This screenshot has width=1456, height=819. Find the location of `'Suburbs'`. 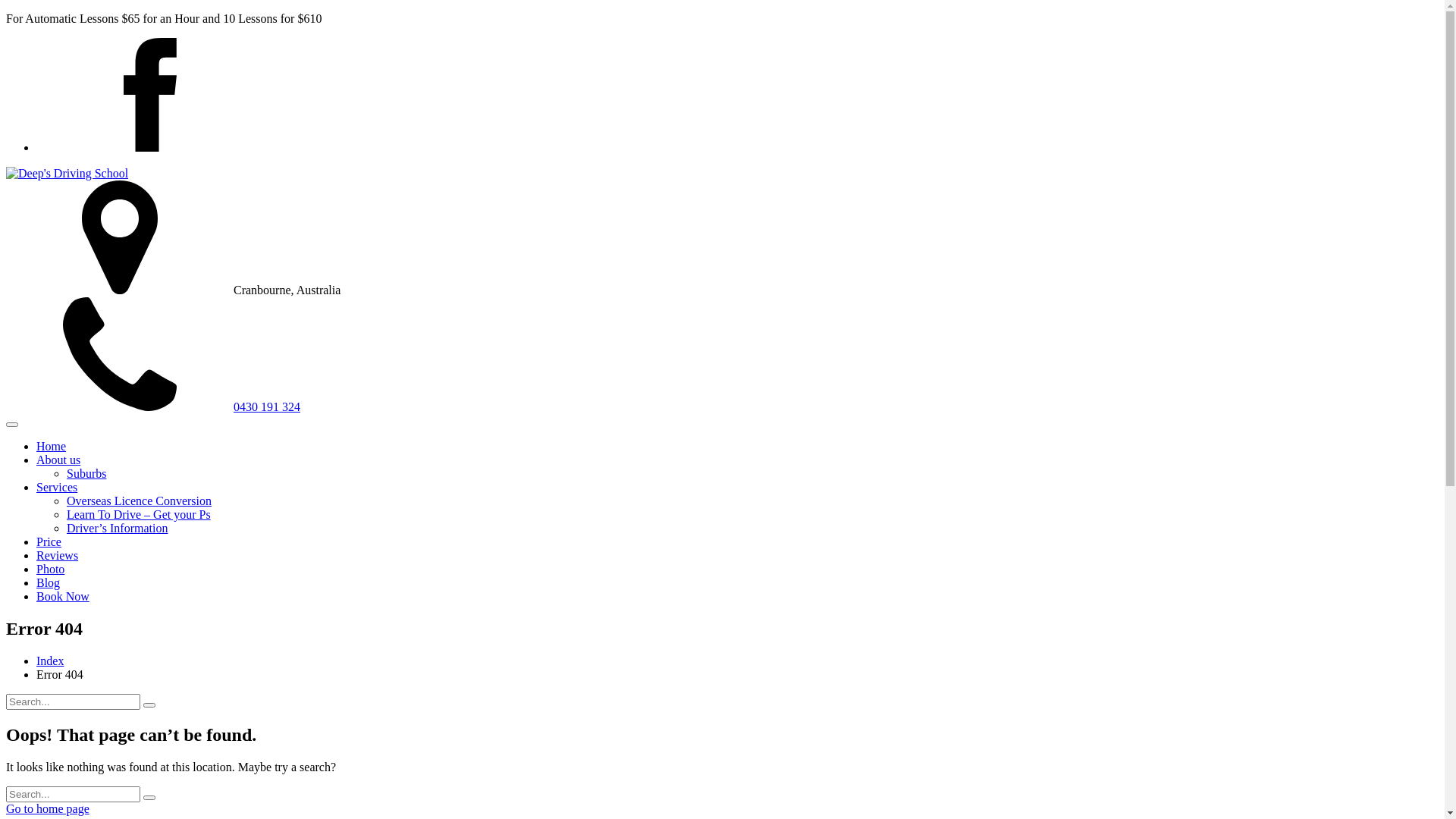

'Suburbs' is located at coordinates (65, 472).